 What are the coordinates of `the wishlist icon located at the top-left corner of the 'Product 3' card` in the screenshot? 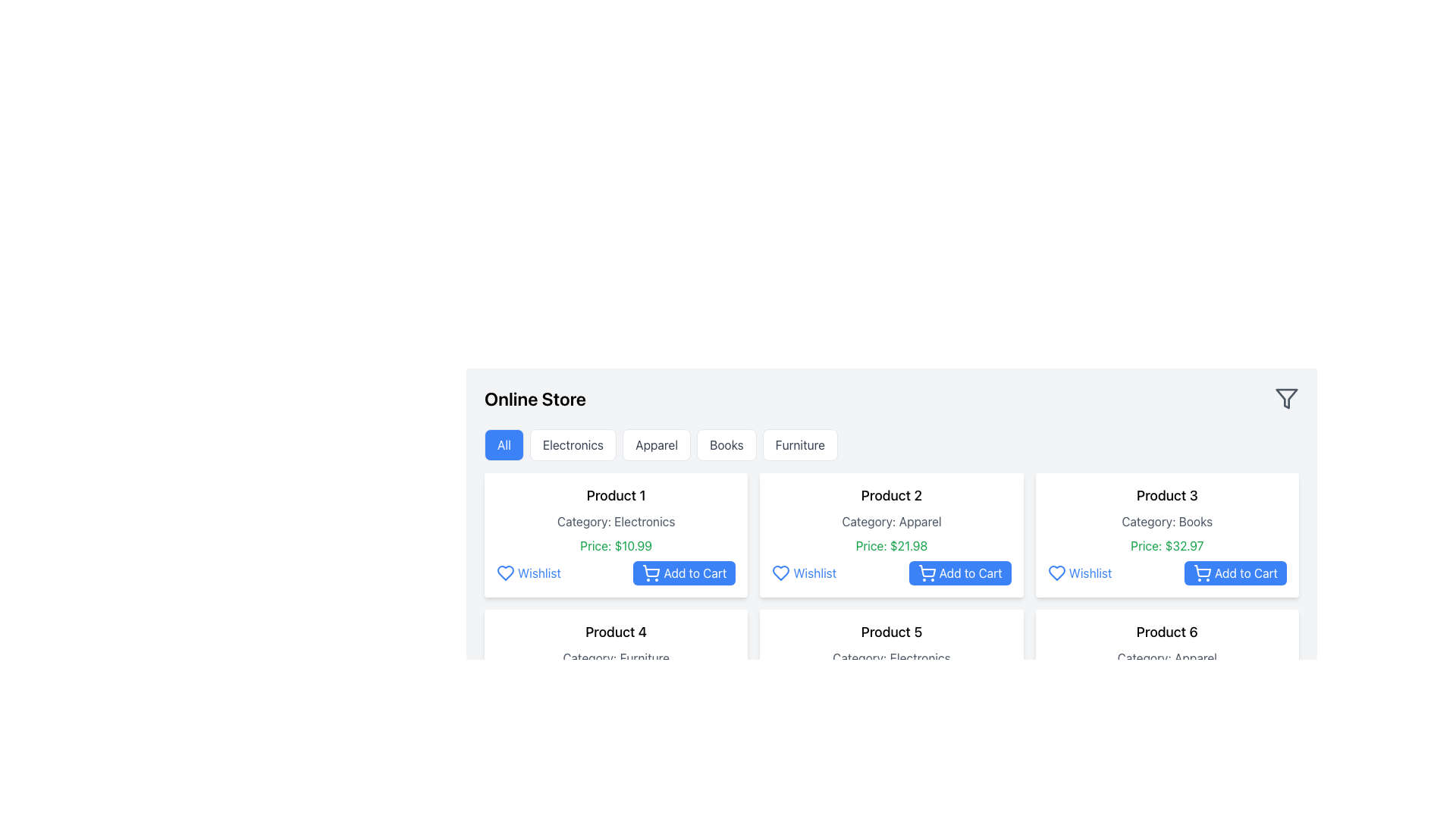 It's located at (1056, 573).